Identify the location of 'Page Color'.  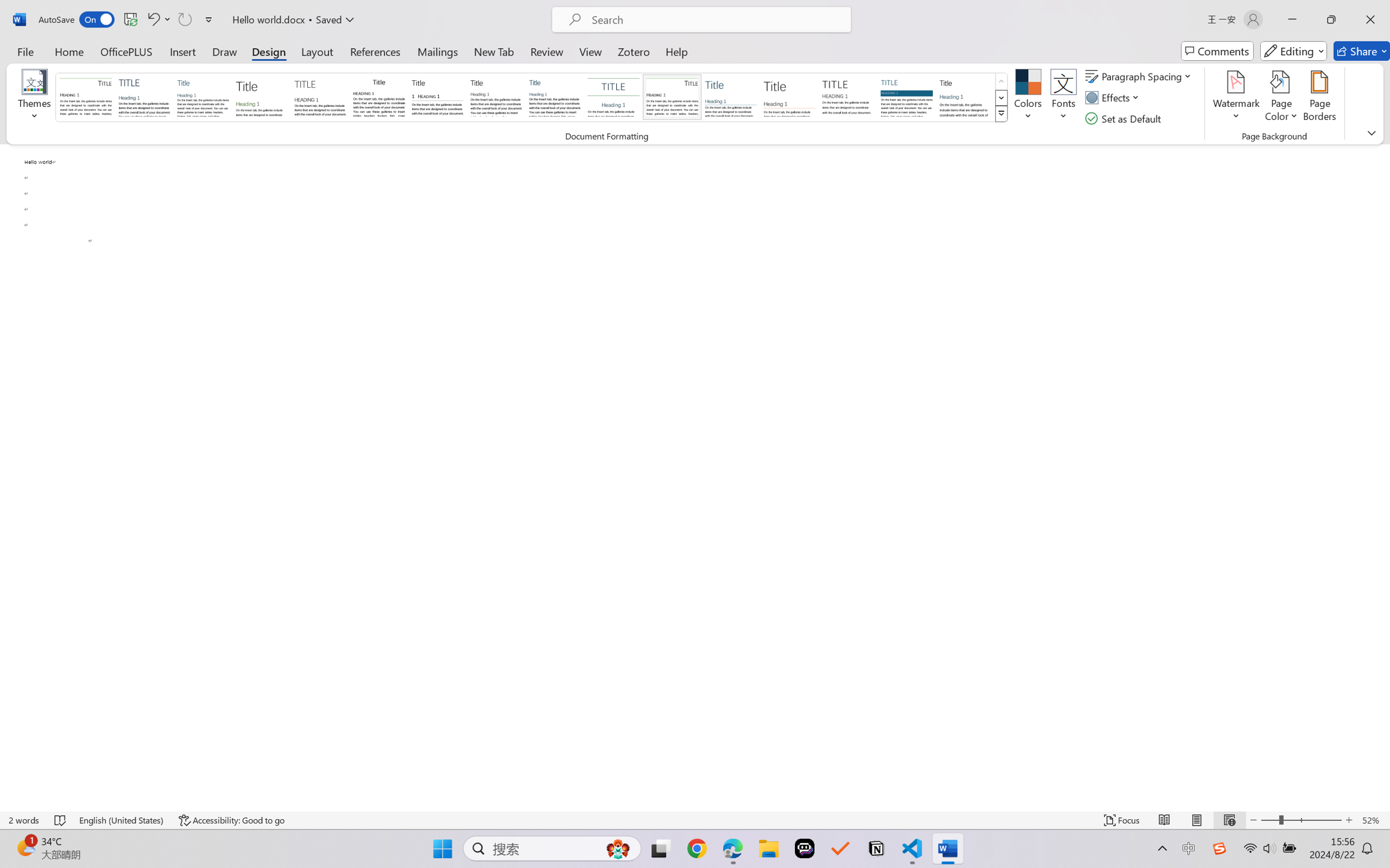
(1281, 98).